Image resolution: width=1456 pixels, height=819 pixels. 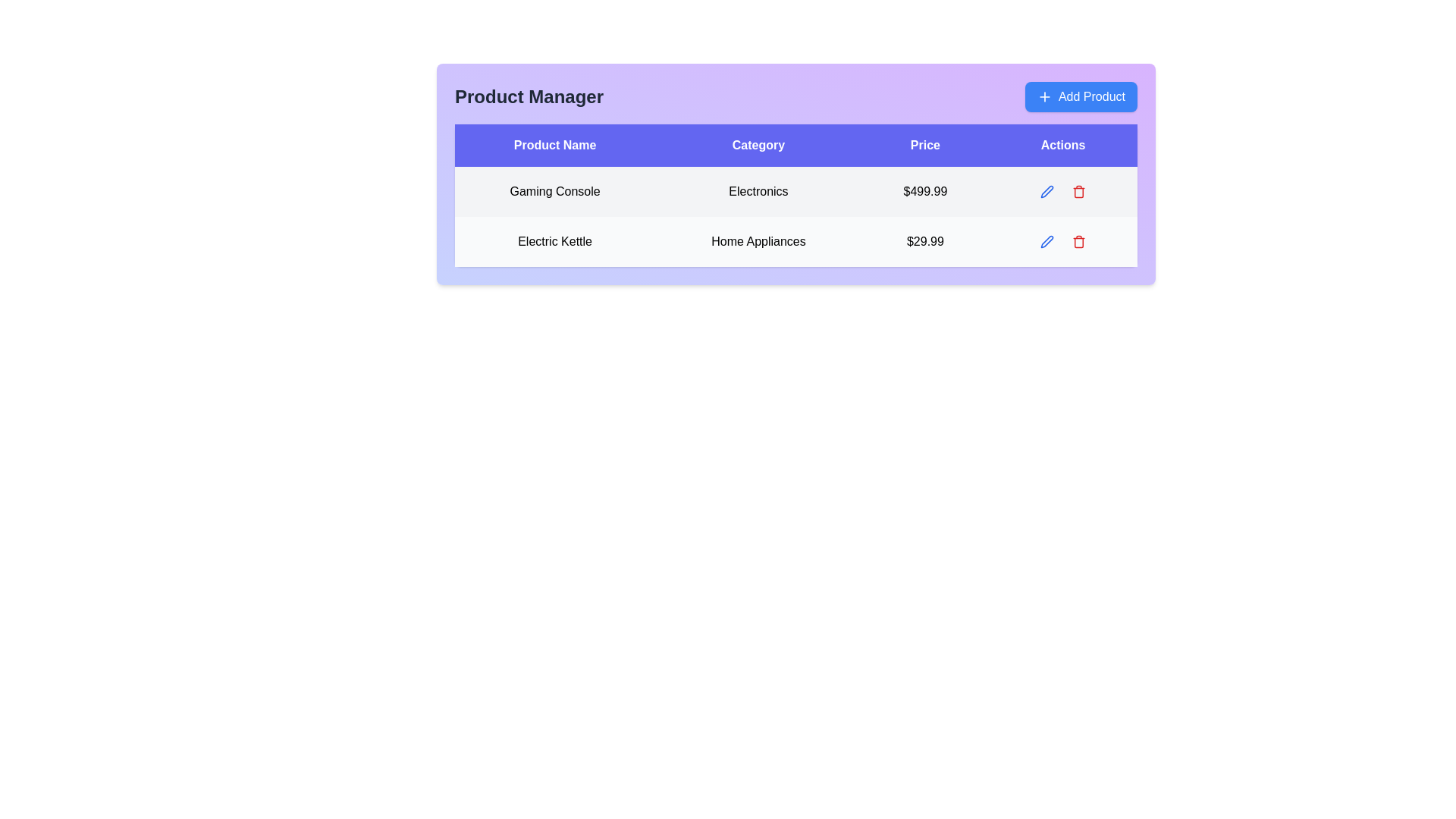 I want to click on the delete SVG icon located in the 'Actions' column of the second row in the table, so click(x=1078, y=242).